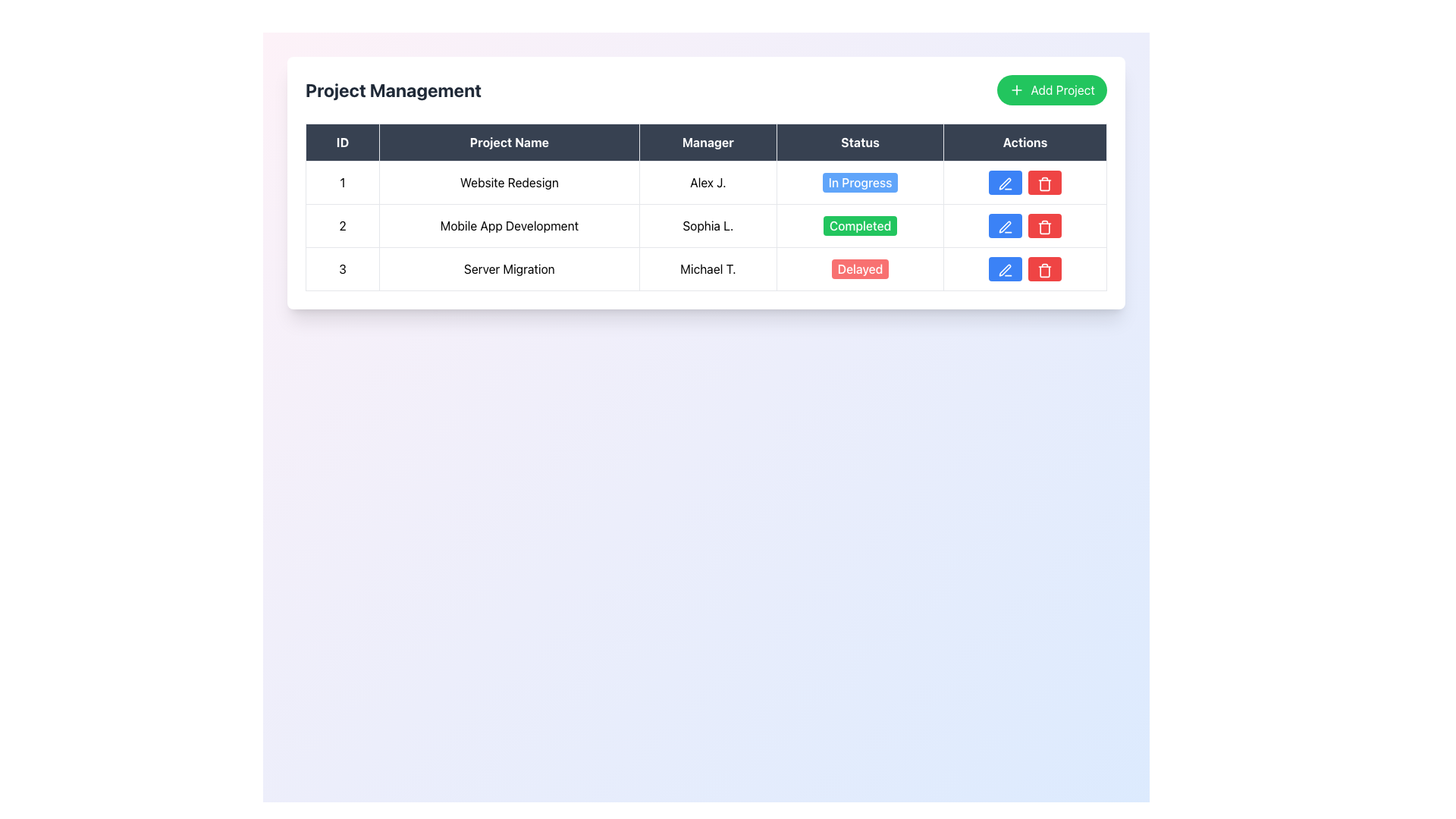 The image size is (1456, 819). Describe the element at coordinates (1006, 183) in the screenshot. I see `the edit action button, which is the first button in the 'Actions' column of the first row in the table` at that location.